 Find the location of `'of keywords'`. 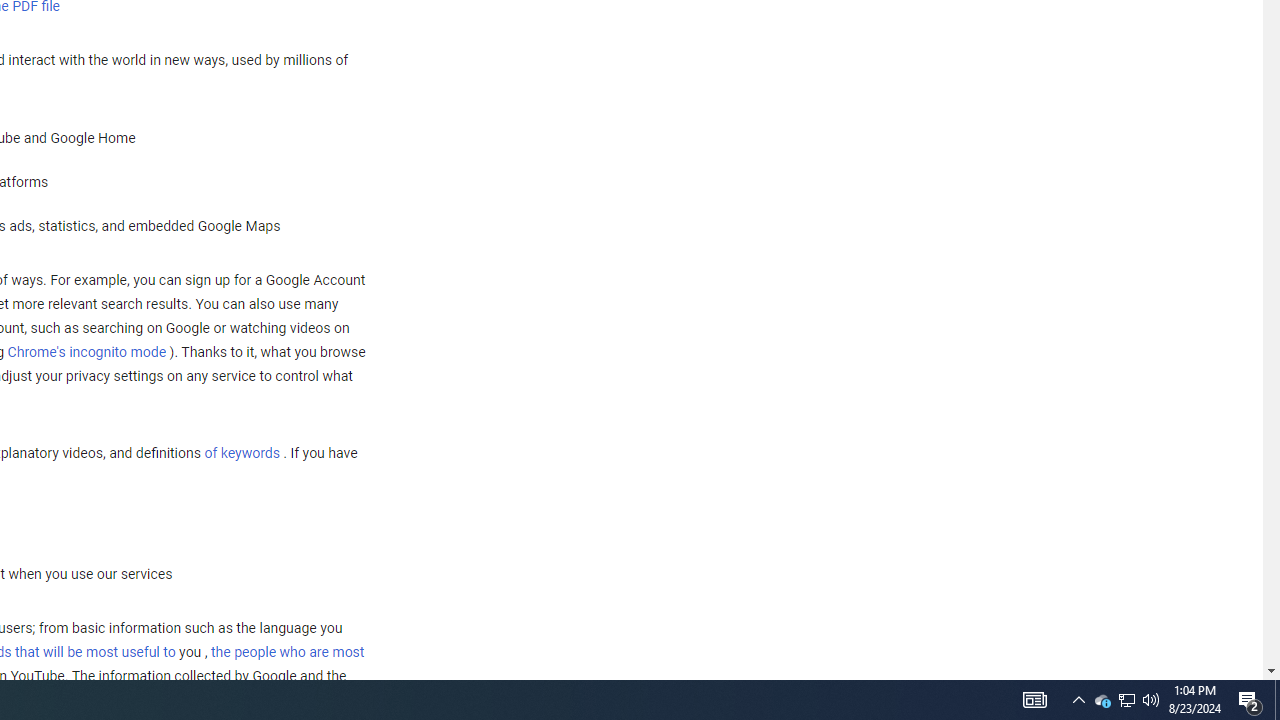

'of keywords' is located at coordinates (240, 453).